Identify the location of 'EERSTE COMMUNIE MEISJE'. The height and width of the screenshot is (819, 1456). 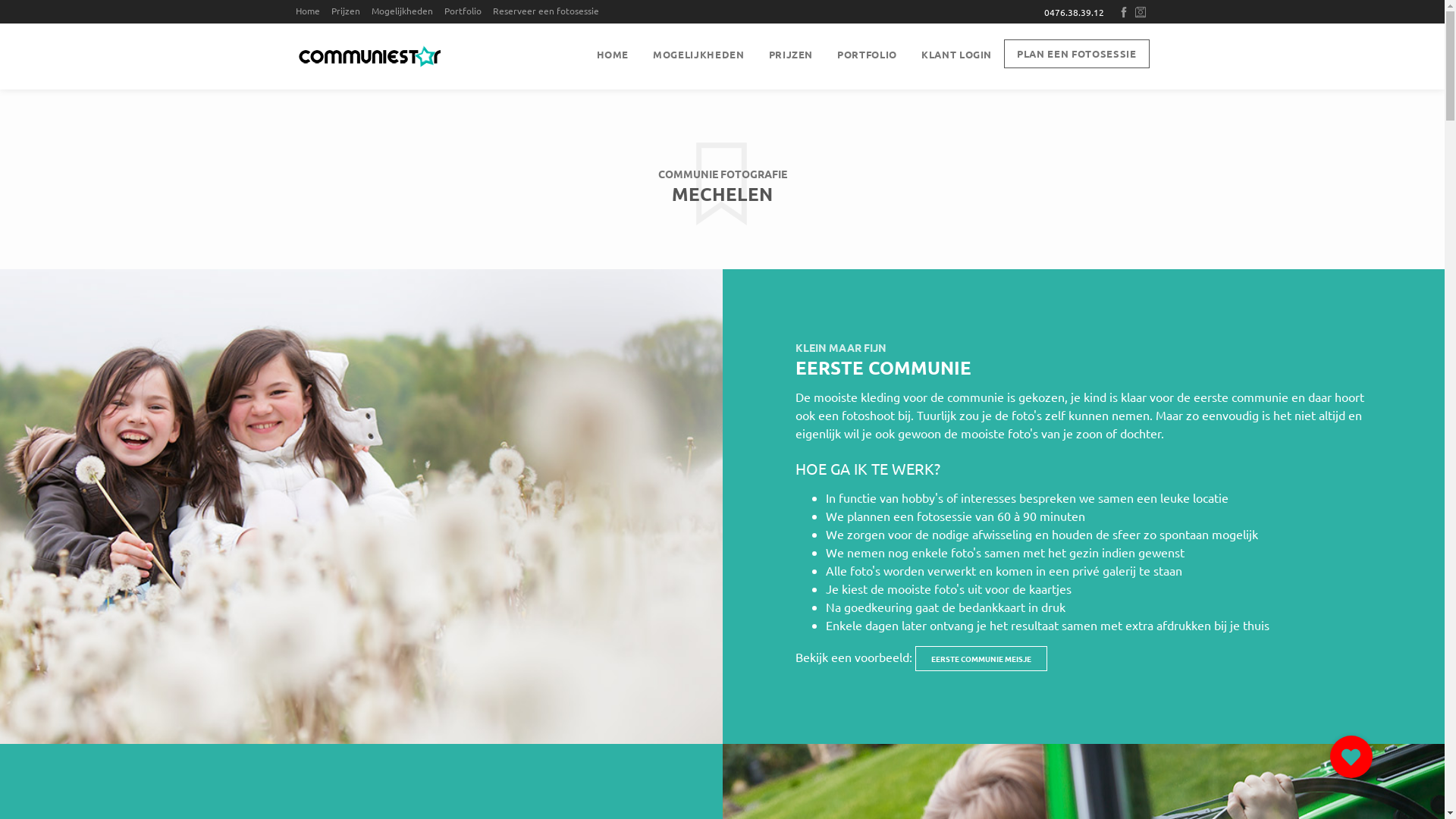
(980, 657).